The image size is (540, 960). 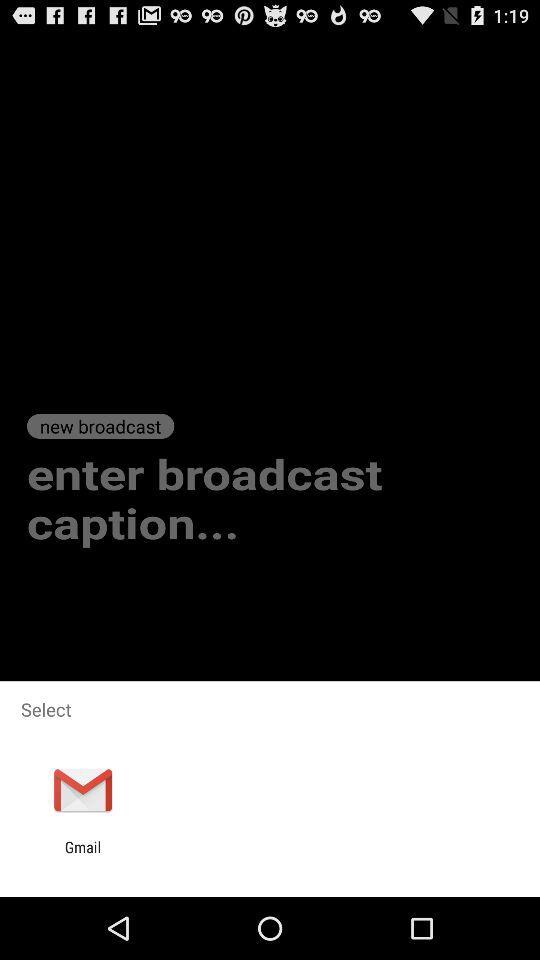 I want to click on gmail icon, so click(x=82, y=855).